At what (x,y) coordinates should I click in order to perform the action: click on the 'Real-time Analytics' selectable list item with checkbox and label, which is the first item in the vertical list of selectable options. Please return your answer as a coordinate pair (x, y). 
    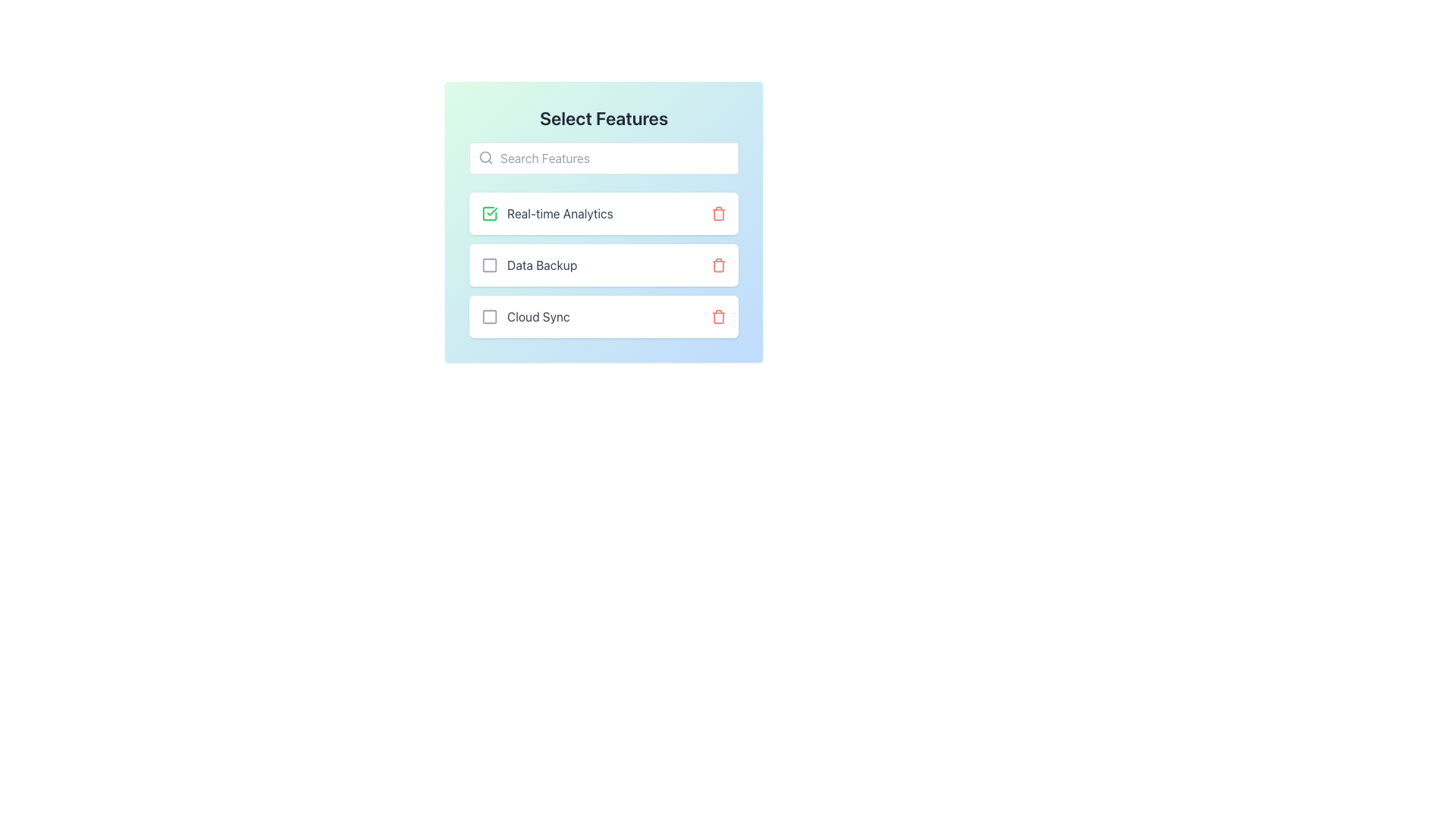
    Looking at the image, I should click on (546, 213).